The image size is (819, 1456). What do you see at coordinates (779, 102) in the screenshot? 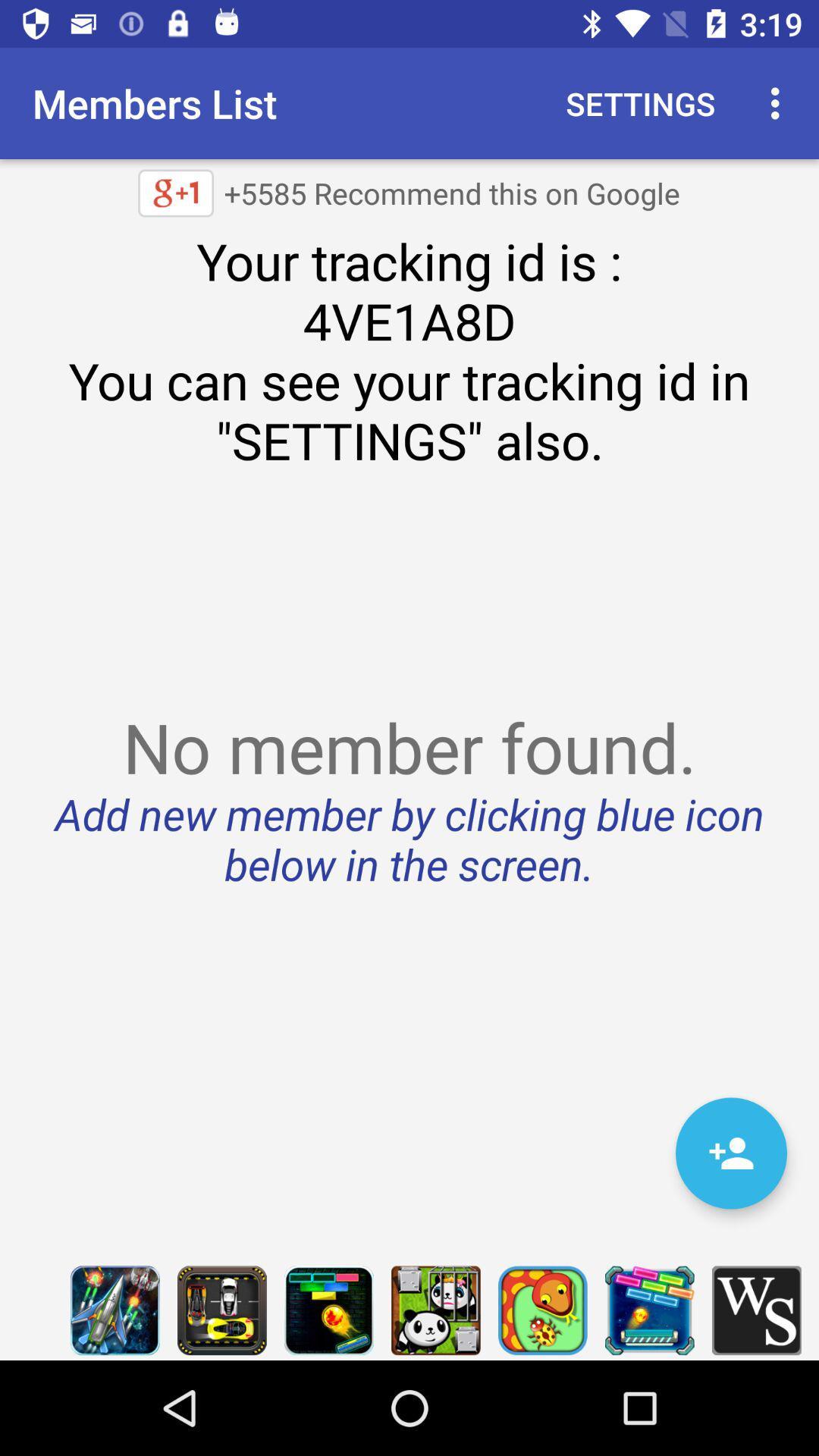
I see `item above your tracking id` at bounding box center [779, 102].